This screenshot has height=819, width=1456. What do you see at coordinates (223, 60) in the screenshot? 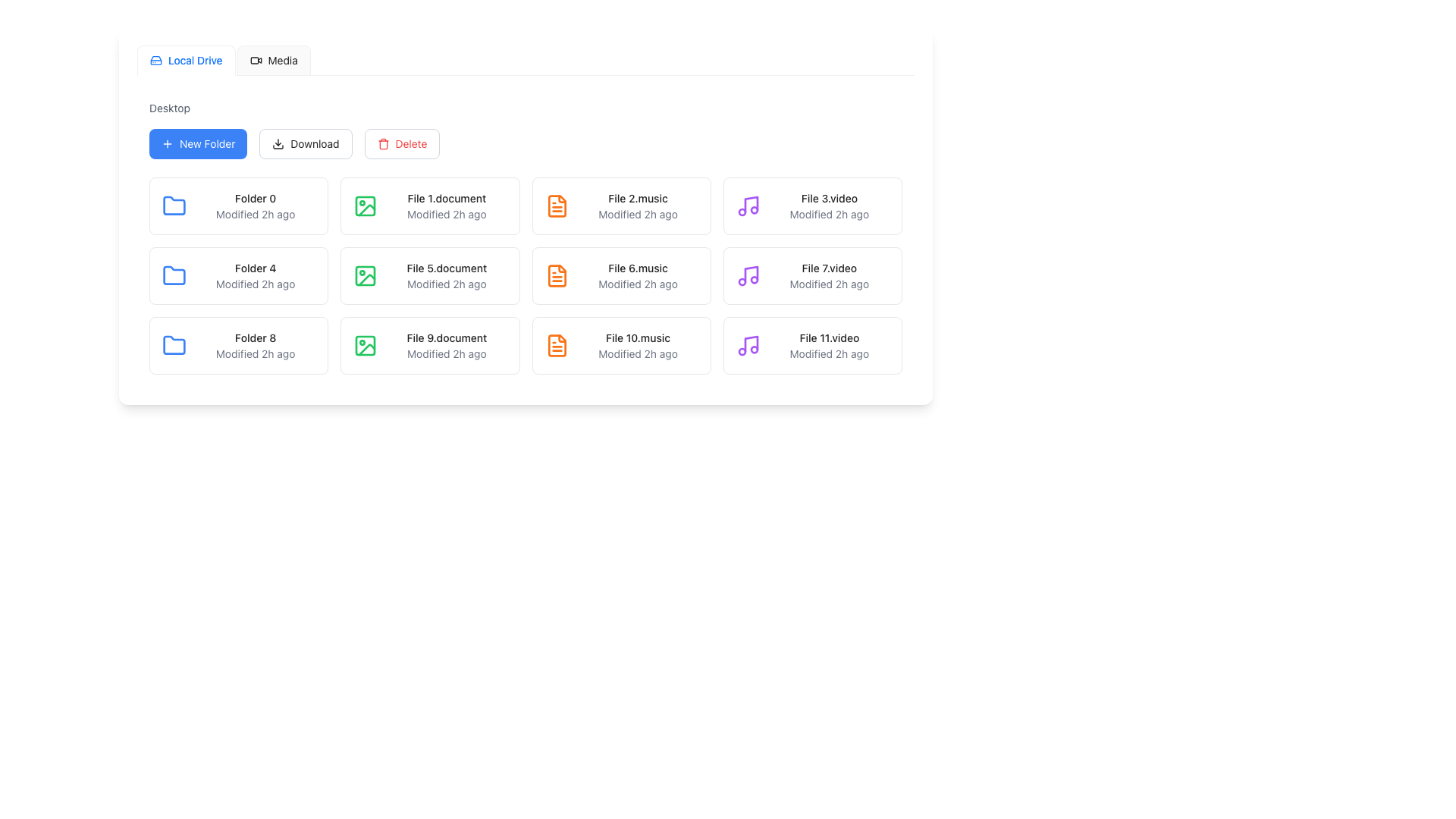
I see `the 'Local Drive' tab in the horizontal tab navigation` at bounding box center [223, 60].